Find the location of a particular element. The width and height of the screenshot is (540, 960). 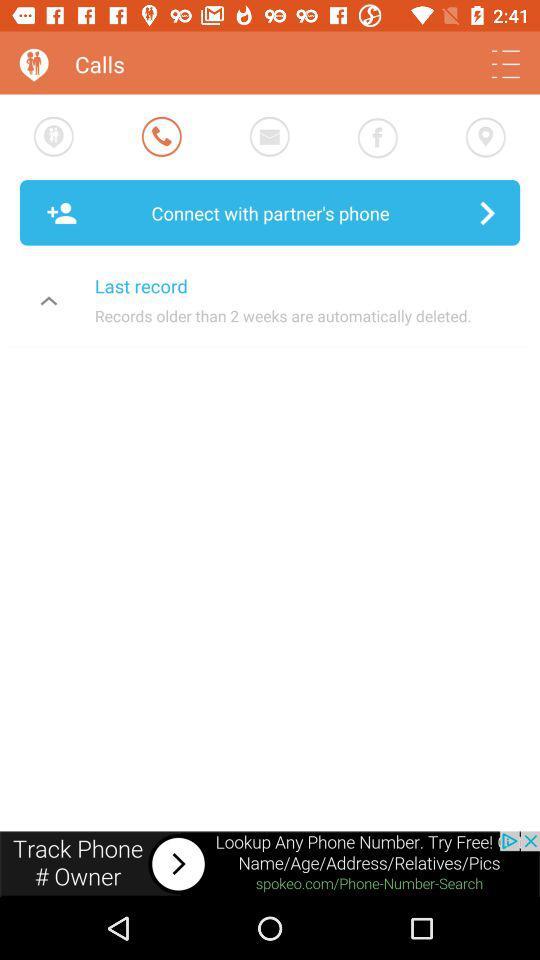

click for list is located at coordinates (504, 64).